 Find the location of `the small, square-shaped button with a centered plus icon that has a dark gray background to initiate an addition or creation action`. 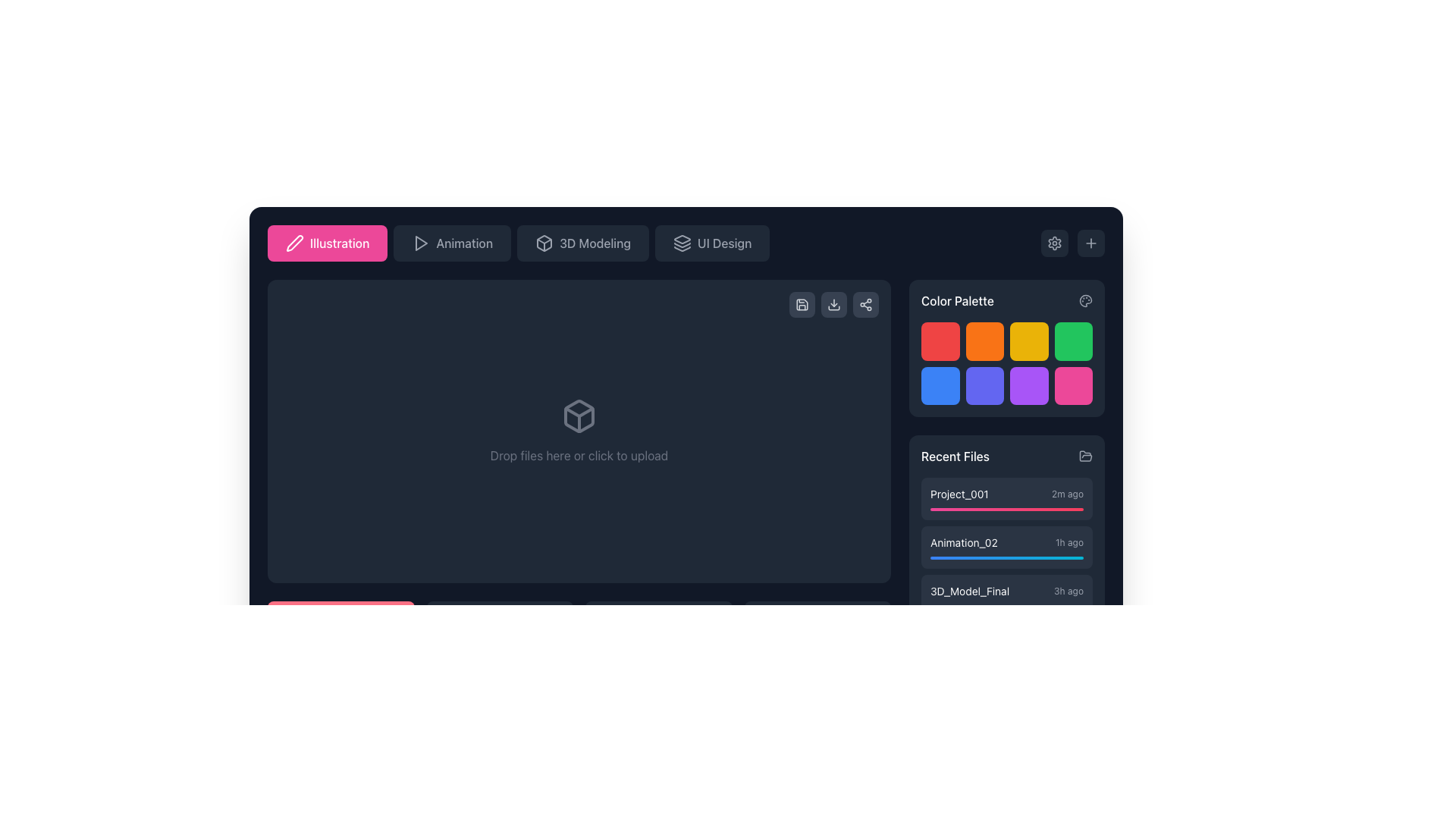

the small, square-shaped button with a centered plus icon that has a dark gray background to initiate an addition or creation action is located at coordinates (1090, 242).